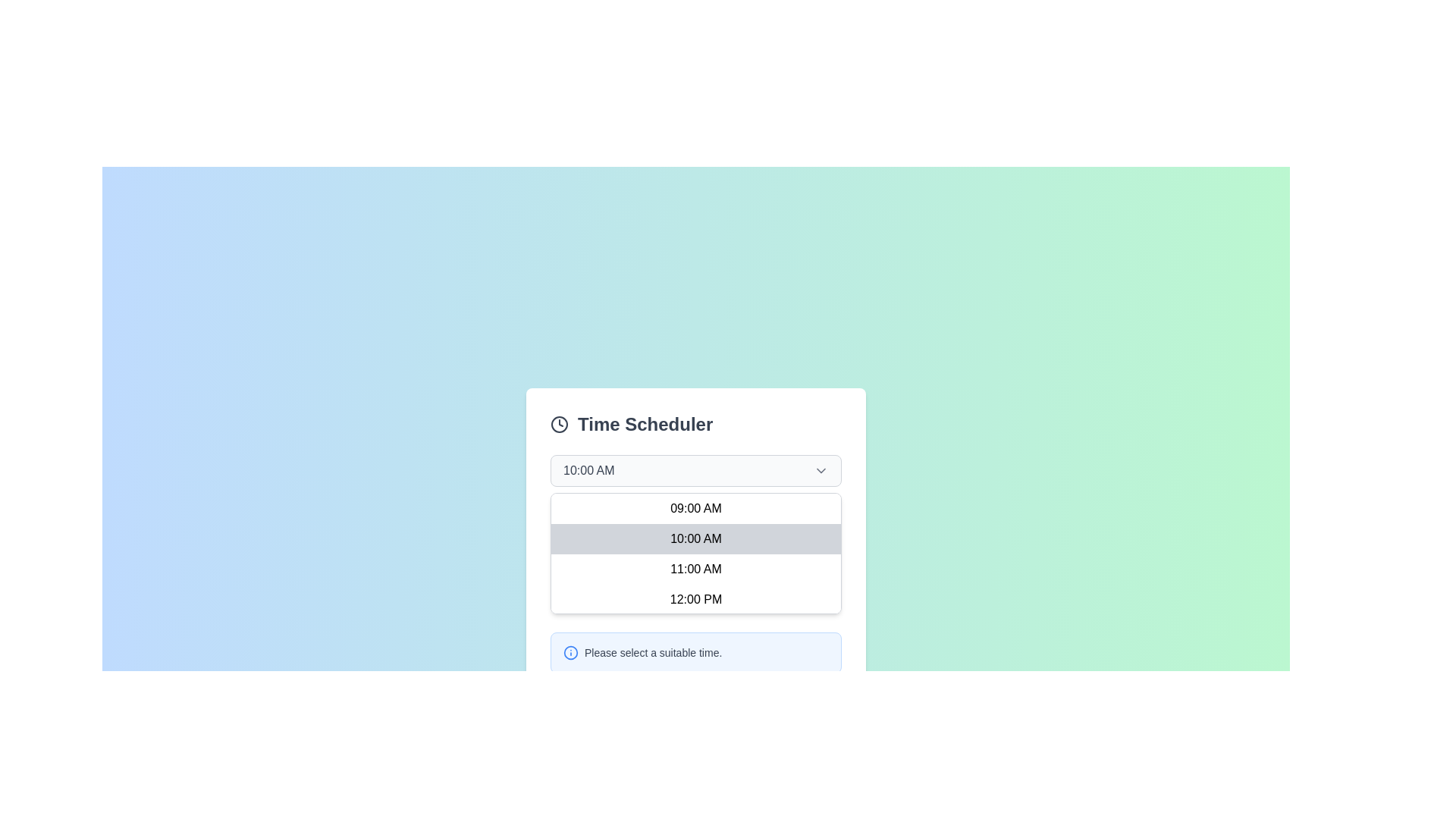  I want to click on the third item in the dropdown menu representing a selectable time option, so click(695, 570).